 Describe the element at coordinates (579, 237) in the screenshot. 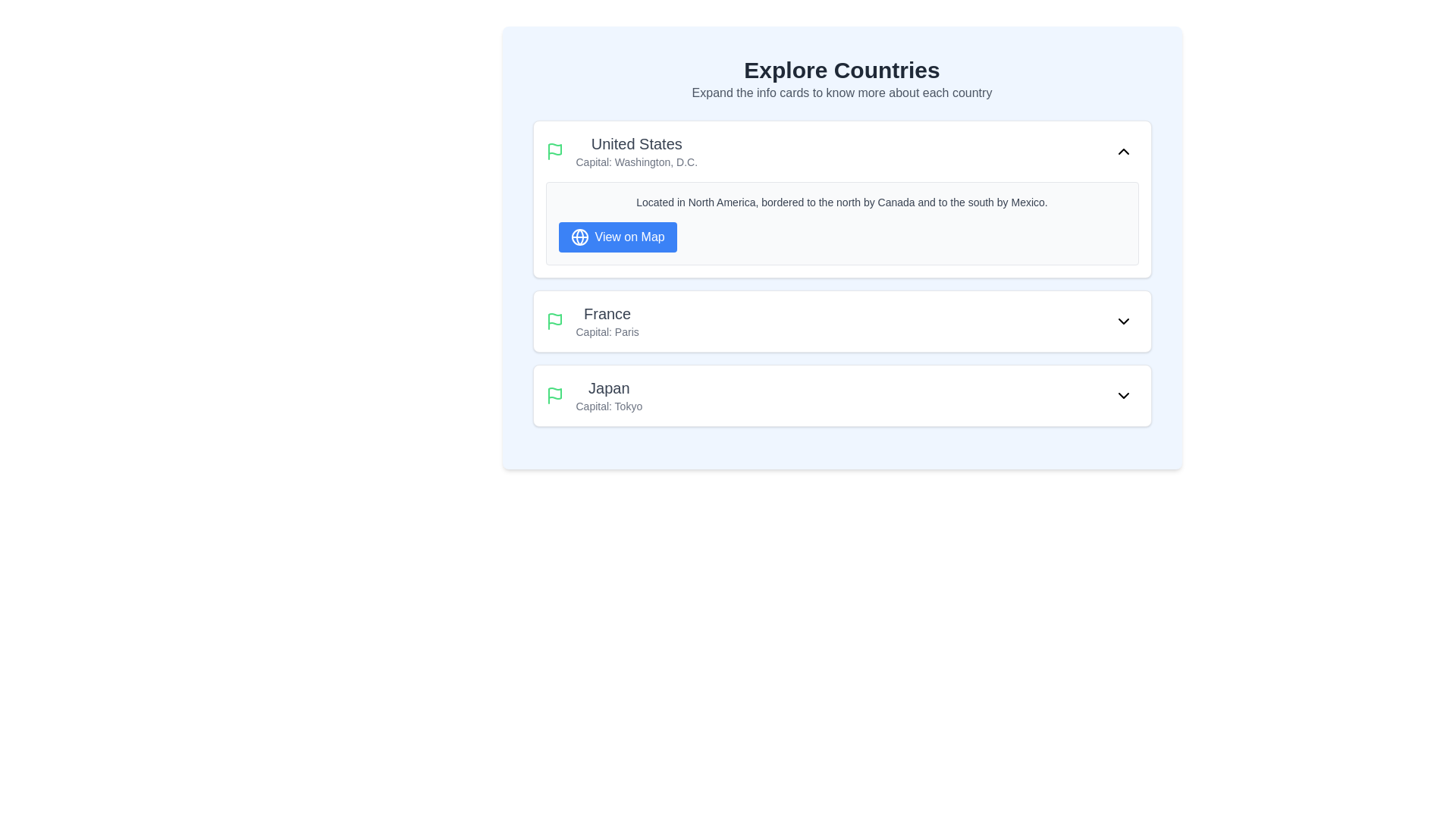

I see `the globe icon SVG located to the left of the 'View on Map' text within the button in the 'United States' section of the interface` at that location.